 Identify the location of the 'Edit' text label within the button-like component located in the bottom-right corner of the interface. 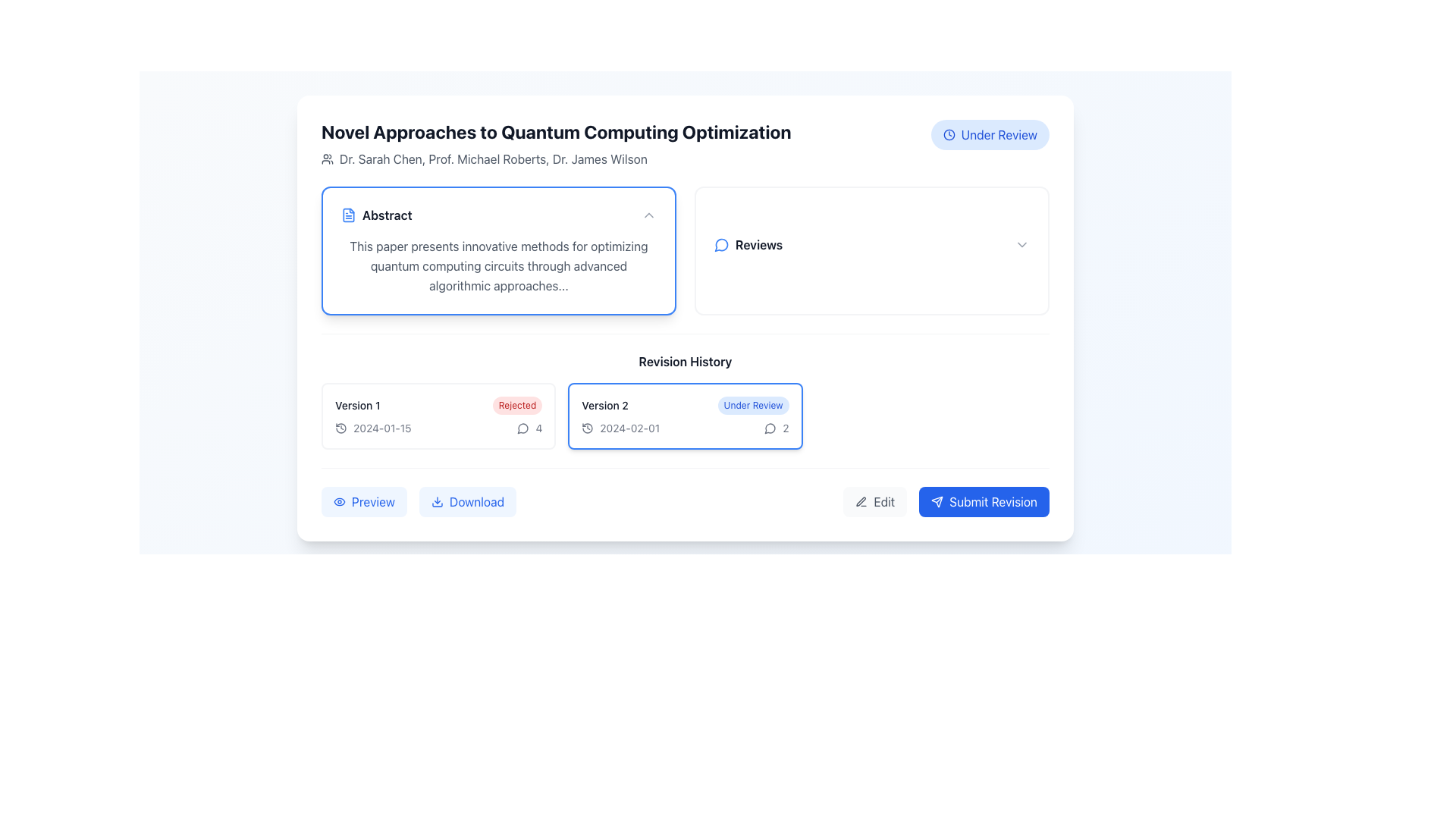
(884, 502).